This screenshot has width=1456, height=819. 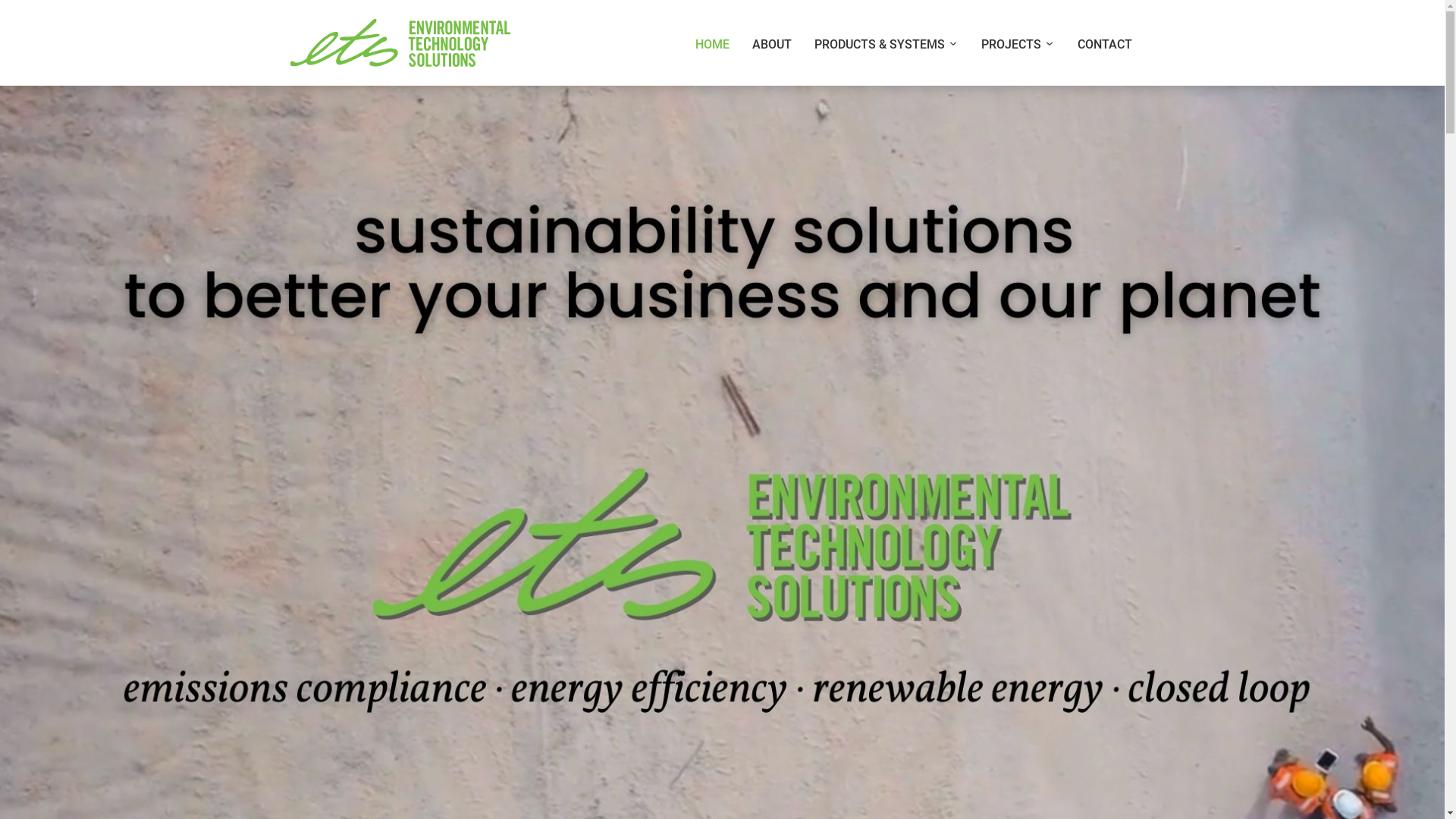 I want to click on 'PRODUCTS & SYSTEMS', so click(x=801, y=43).